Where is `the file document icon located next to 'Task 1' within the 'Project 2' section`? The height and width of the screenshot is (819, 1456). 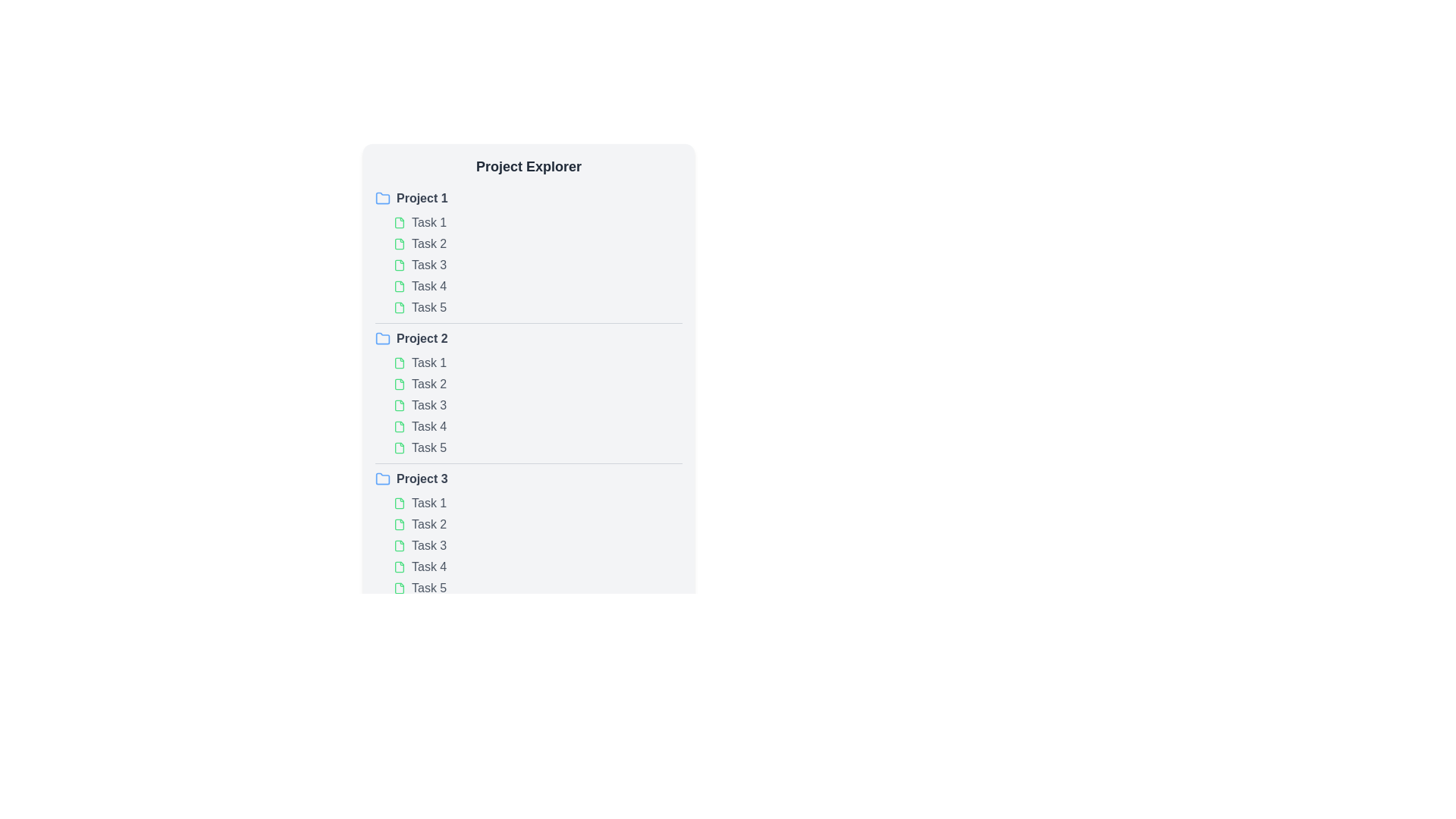 the file document icon located next to 'Task 1' within the 'Project 2' section is located at coordinates (400, 362).